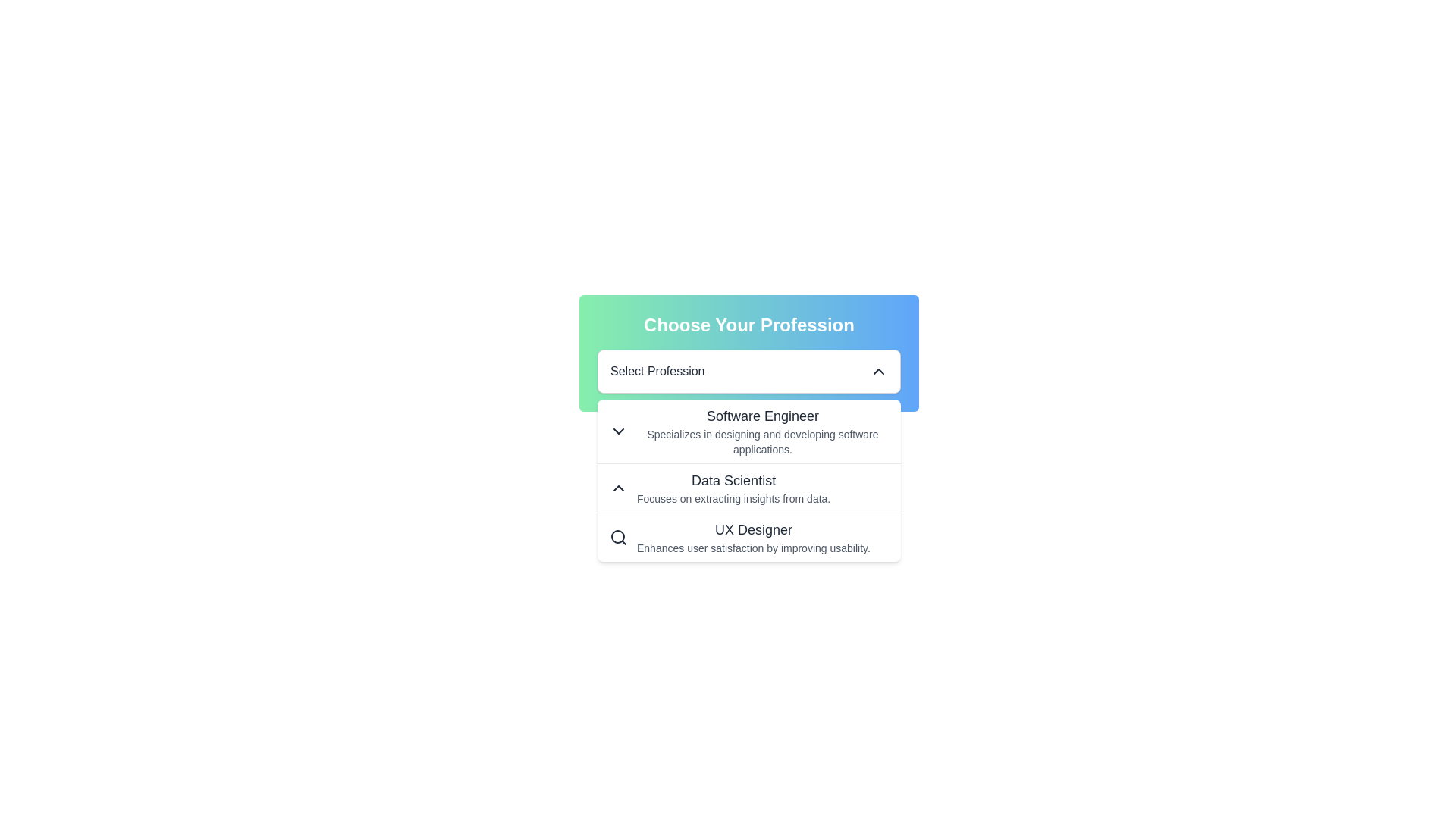 Image resolution: width=1456 pixels, height=819 pixels. I want to click on the second list item in the dropdown menu titled 'Data Scientist', so click(749, 488).